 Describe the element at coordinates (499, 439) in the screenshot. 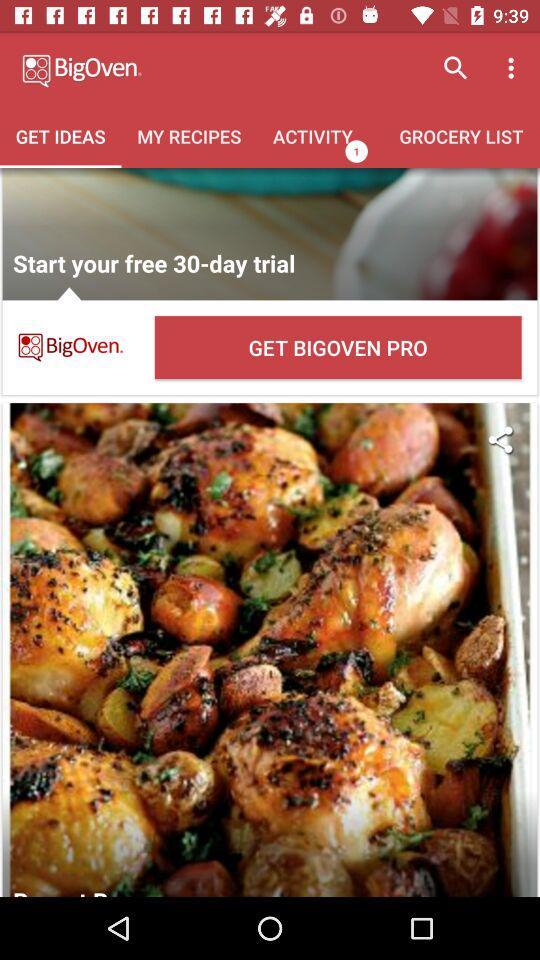

I see `share` at that location.